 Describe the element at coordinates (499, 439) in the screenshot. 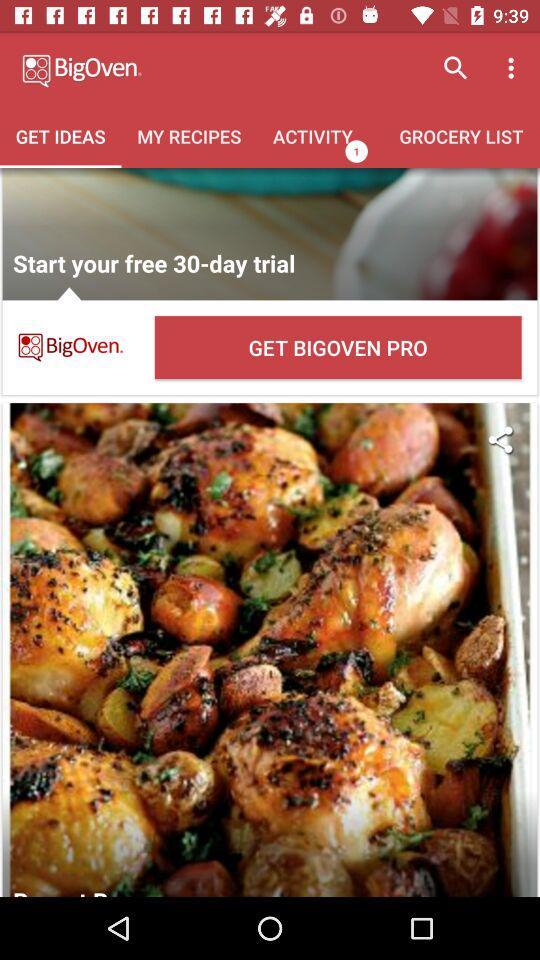

I see `share` at that location.